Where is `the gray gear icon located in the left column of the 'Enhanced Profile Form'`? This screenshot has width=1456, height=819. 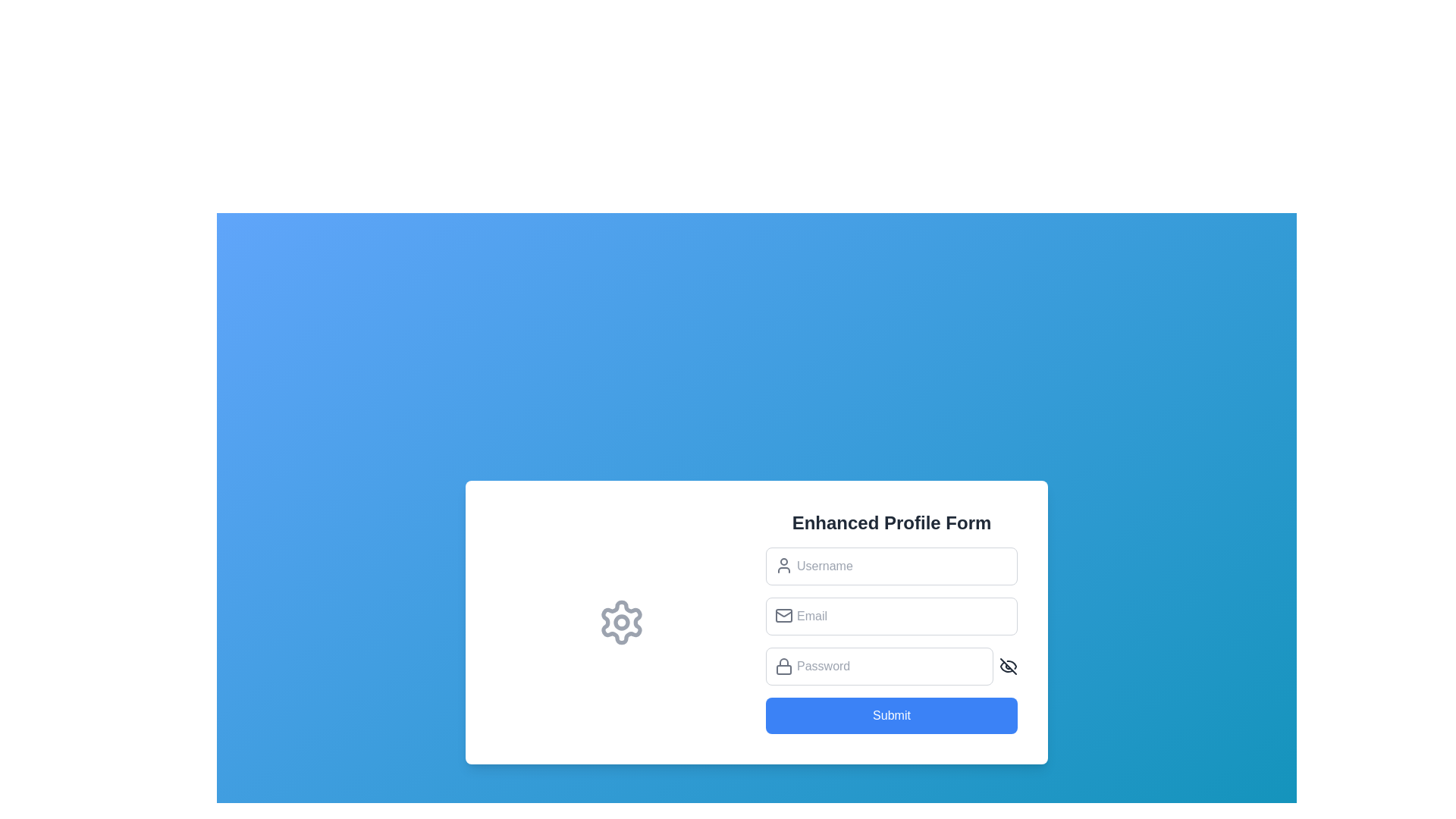 the gray gear icon located in the left column of the 'Enhanced Profile Form' is located at coordinates (622, 623).